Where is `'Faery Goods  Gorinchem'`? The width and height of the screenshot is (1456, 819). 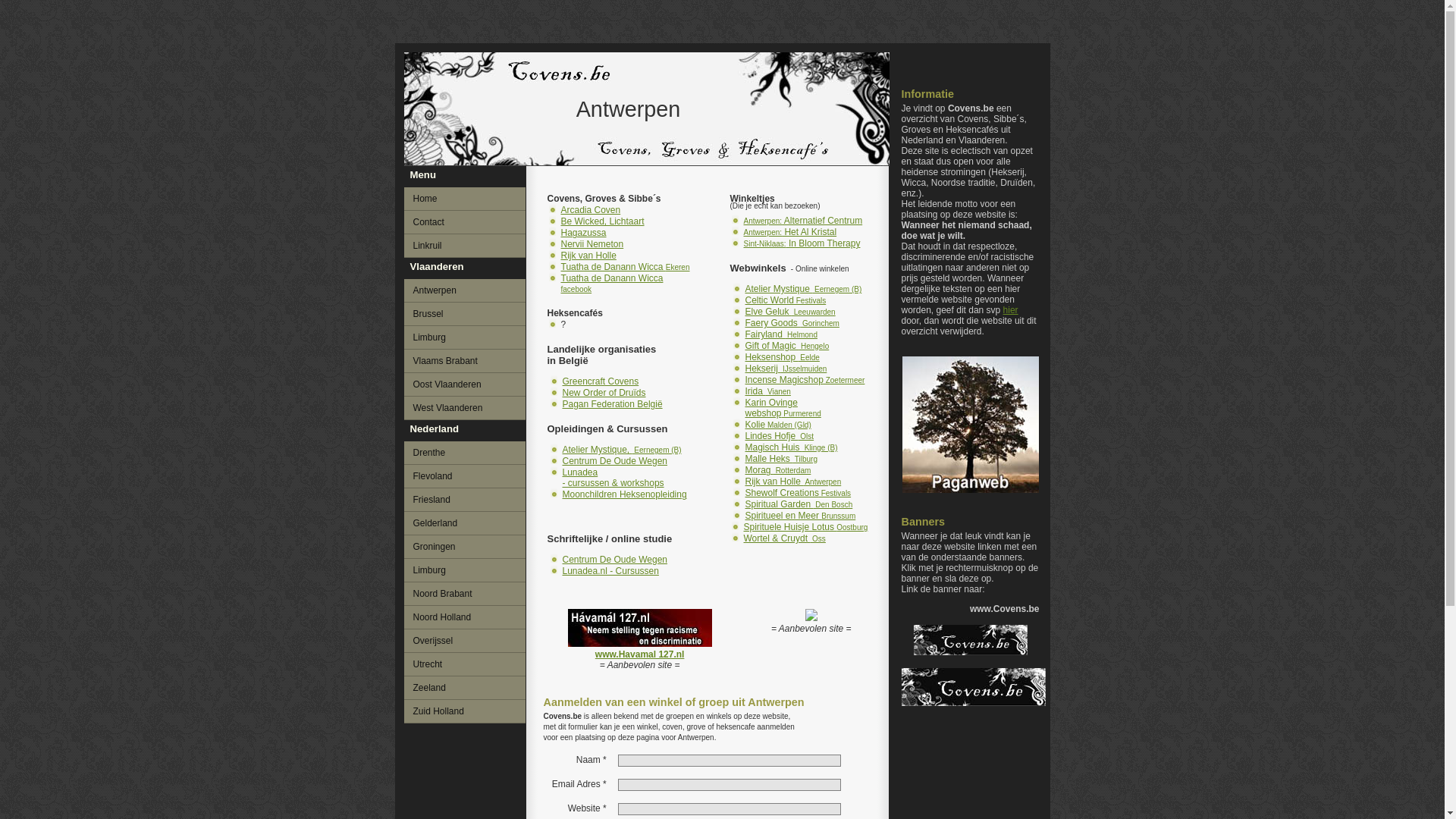
'Faery Goods  Gorinchem' is located at coordinates (790, 322).